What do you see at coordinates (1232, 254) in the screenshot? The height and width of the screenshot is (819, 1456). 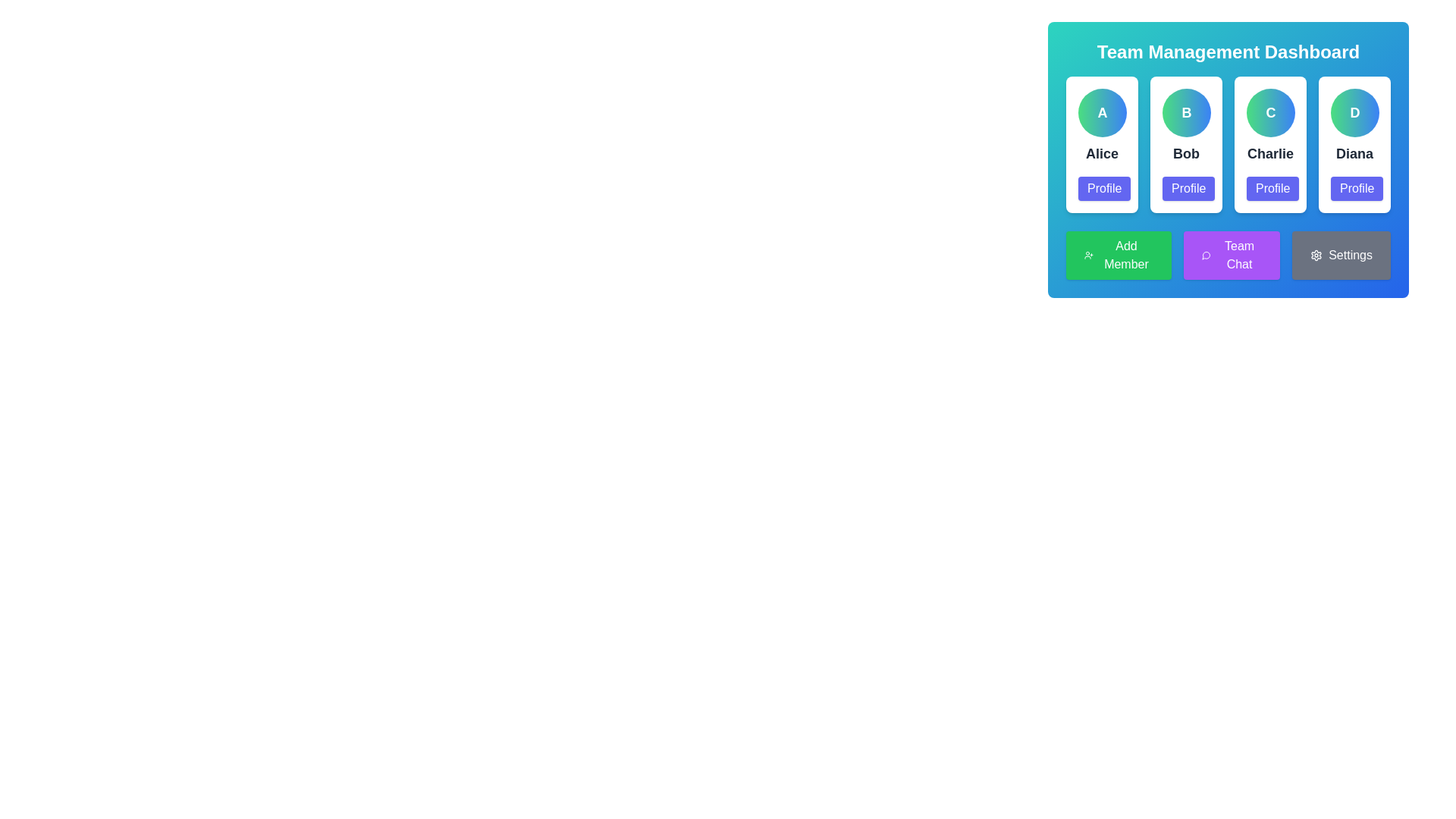 I see `the 'Team Chat' button, which has a purple background and a speech bubble icon, to observe its hover effects` at bounding box center [1232, 254].